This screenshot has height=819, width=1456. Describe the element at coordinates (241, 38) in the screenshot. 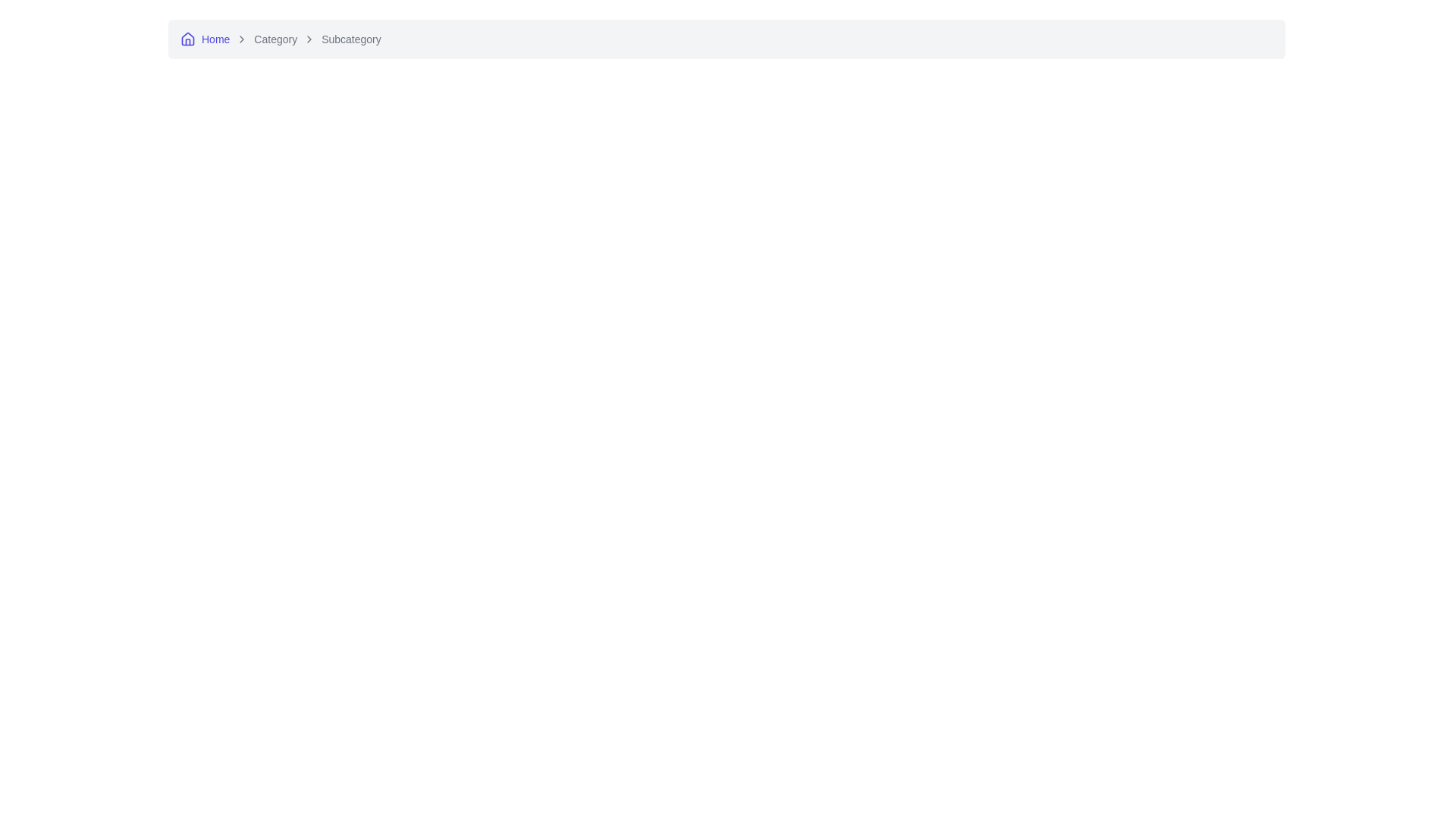

I see `the right-facing chevron icon positioned between the 'Home' and 'Category' breadcrumb labels` at that location.